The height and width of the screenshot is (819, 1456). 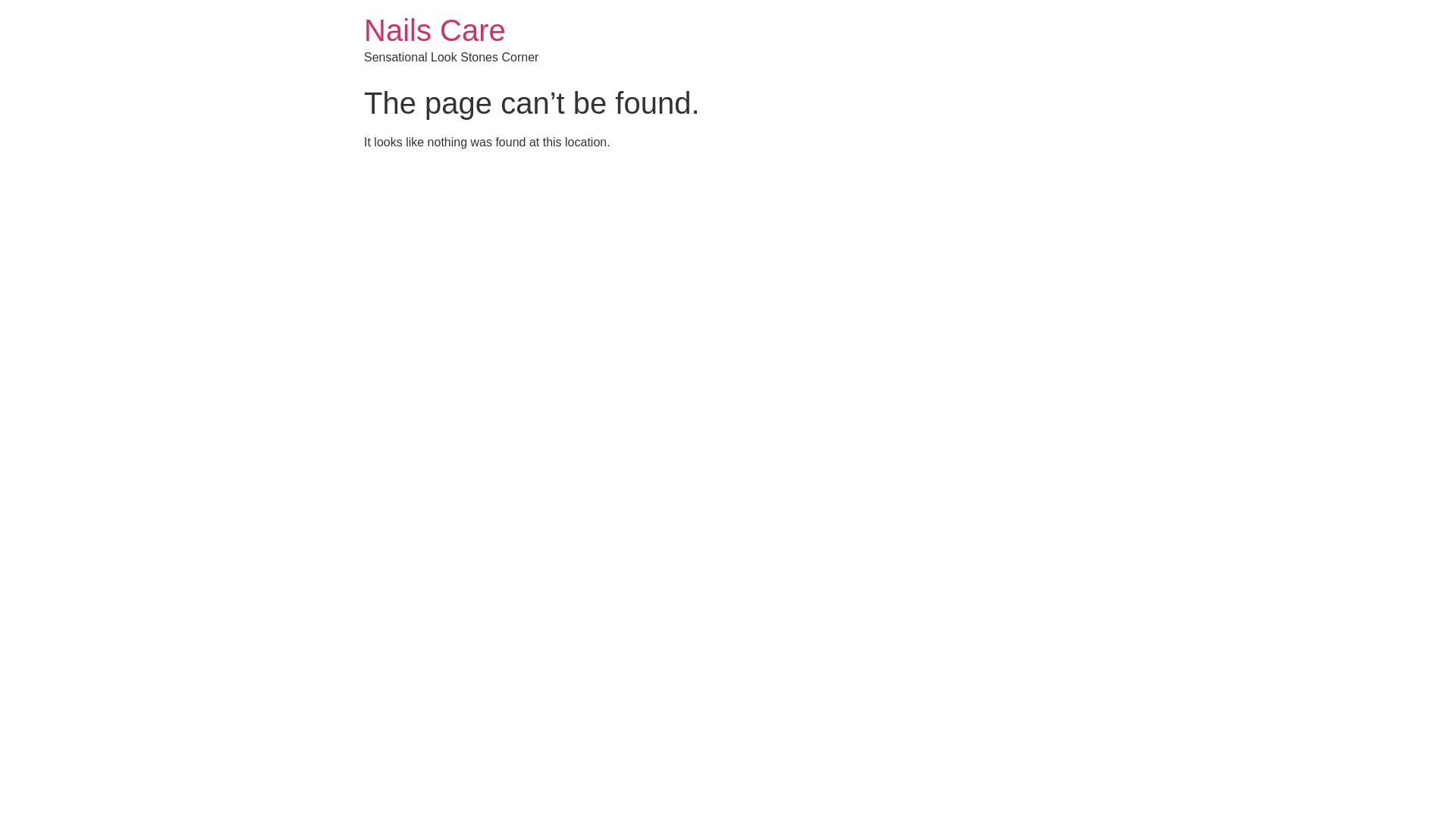 What do you see at coordinates (434, 30) in the screenshot?
I see `'Nails Care'` at bounding box center [434, 30].